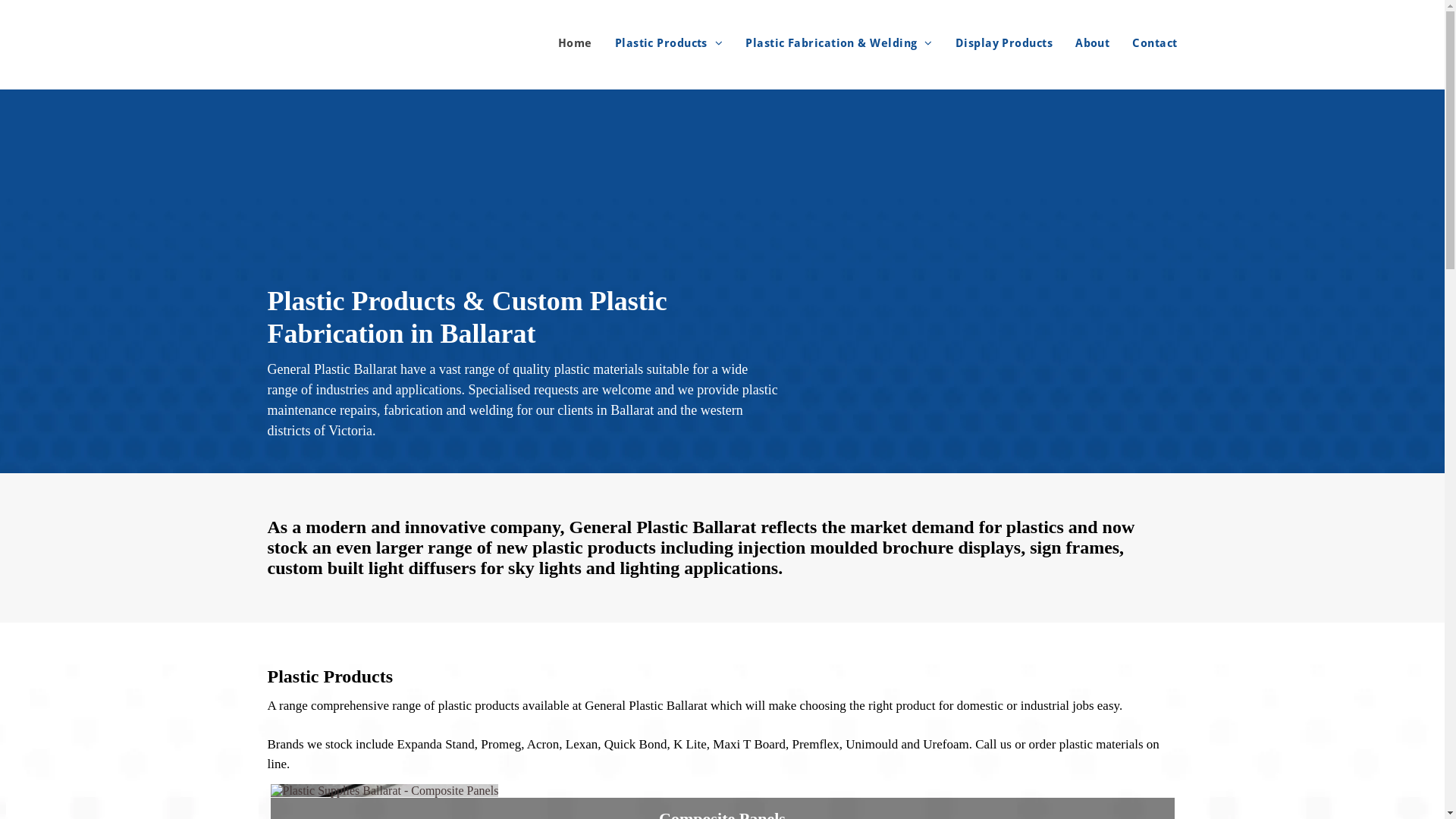 This screenshot has height=819, width=1456. What do you see at coordinates (1109, 42) in the screenshot?
I see `'Contact'` at bounding box center [1109, 42].